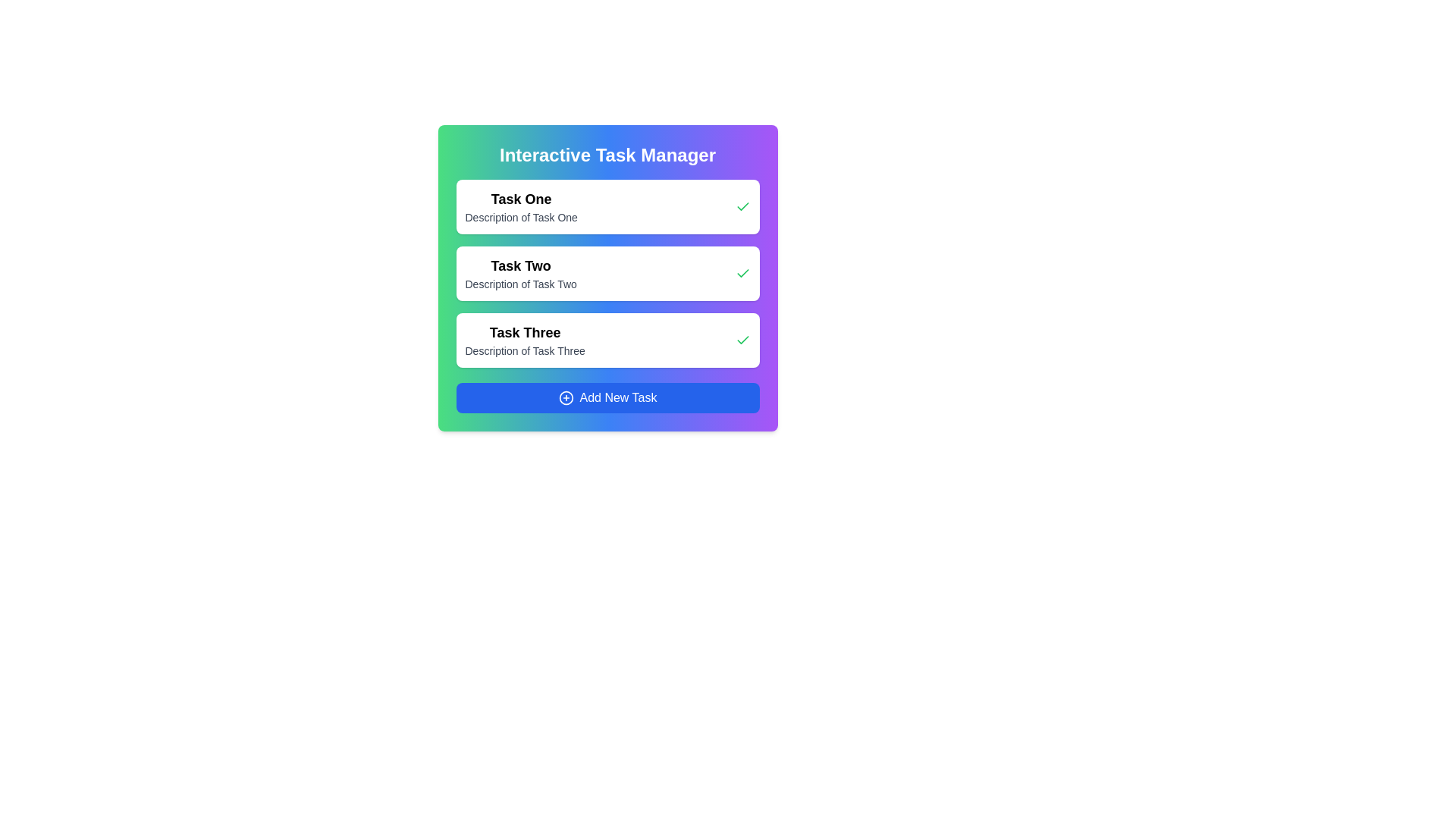 The image size is (1456, 819). What do you see at coordinates (565, 397) in the screenshot?
I see `the circle graphic element that represents adding or creating new items, which is located to the left of the 'Add New Task' button` at bounding box center [565, 397].